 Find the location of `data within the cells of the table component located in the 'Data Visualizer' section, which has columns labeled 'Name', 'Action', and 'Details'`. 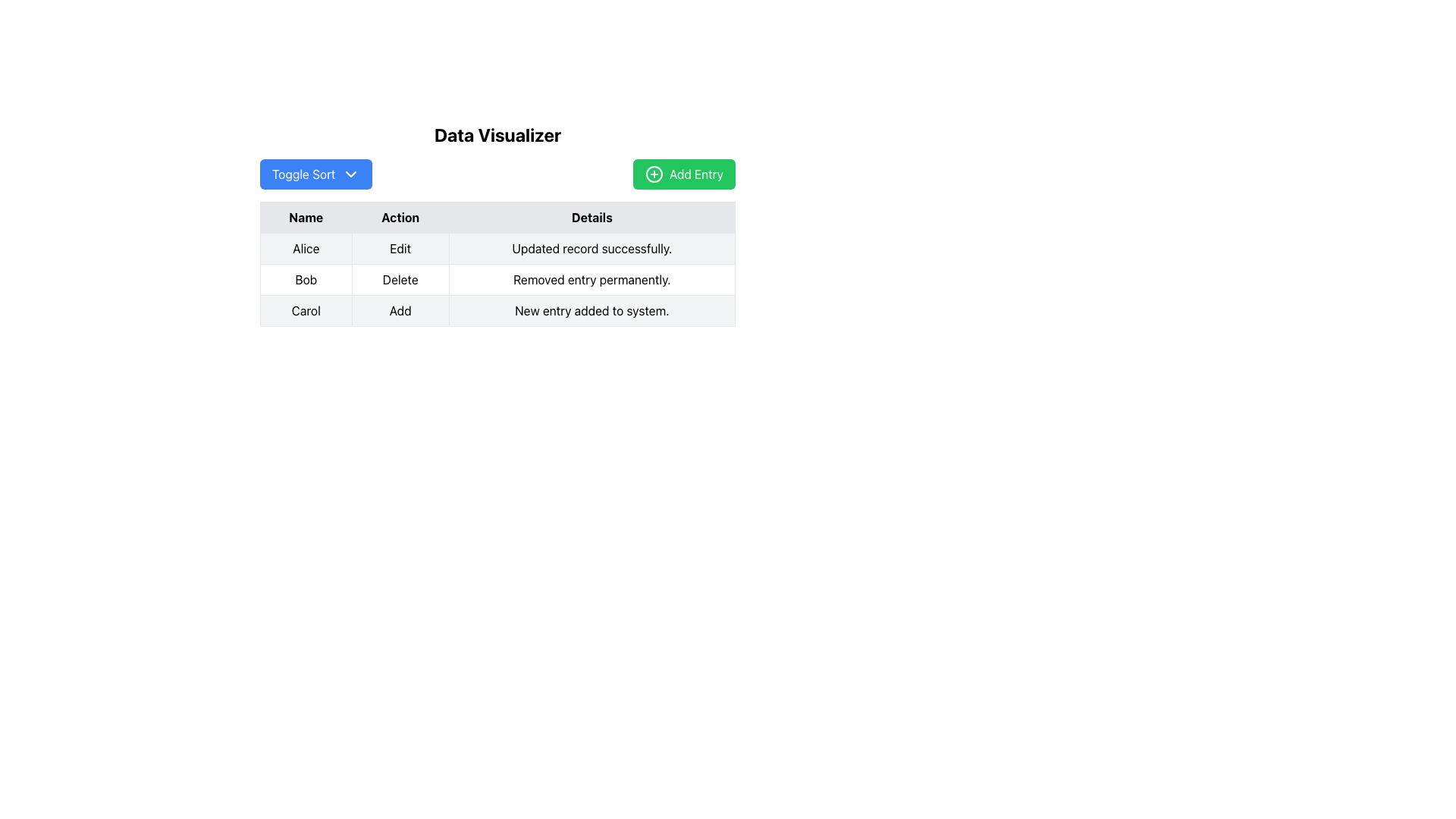

data within the cells of the table component located in the 'Data Visualizer' section, which has columns labeled 'Name', 'Action', and 'Details' is located at coordinates (497, 263).